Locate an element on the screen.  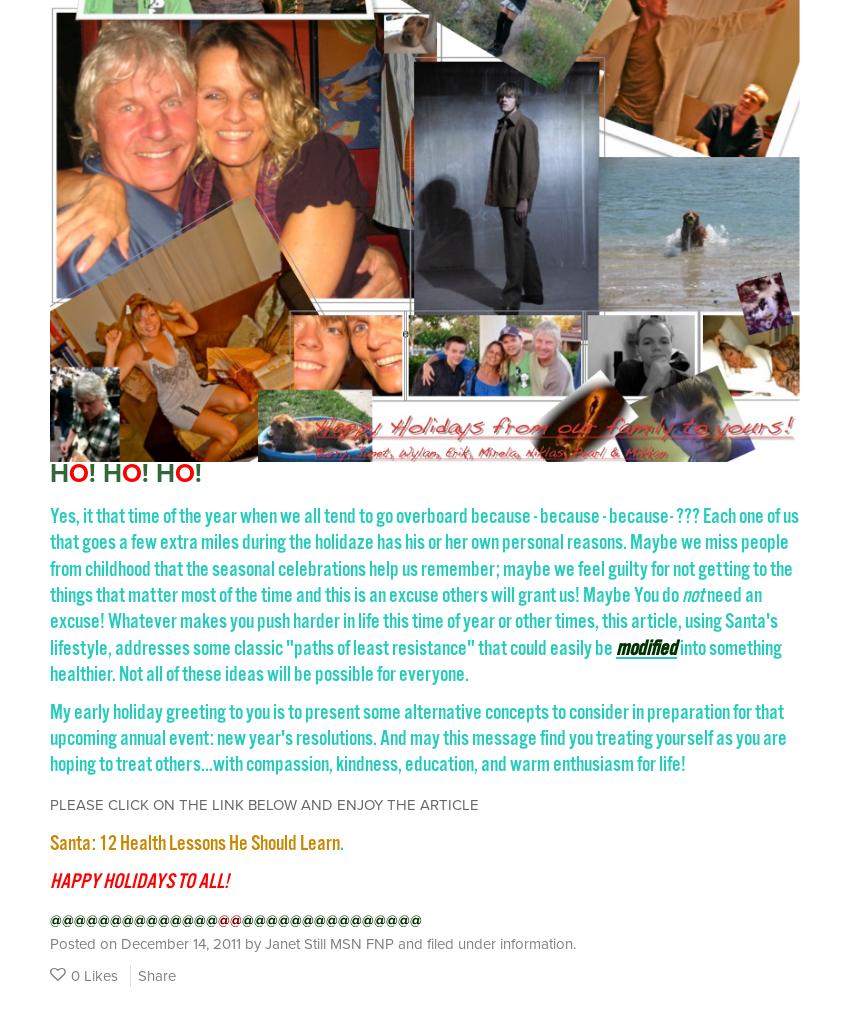
'My early holiday greeting to you is to present some alternative concepts to consider in preparation for that upcoming annual event: new year's resolutions. And may this message find you treating yourself as you are hoping to treat others...with compassion, kindness, education, and warm enthusiasm for life!' is located at coordinates (49, 737).